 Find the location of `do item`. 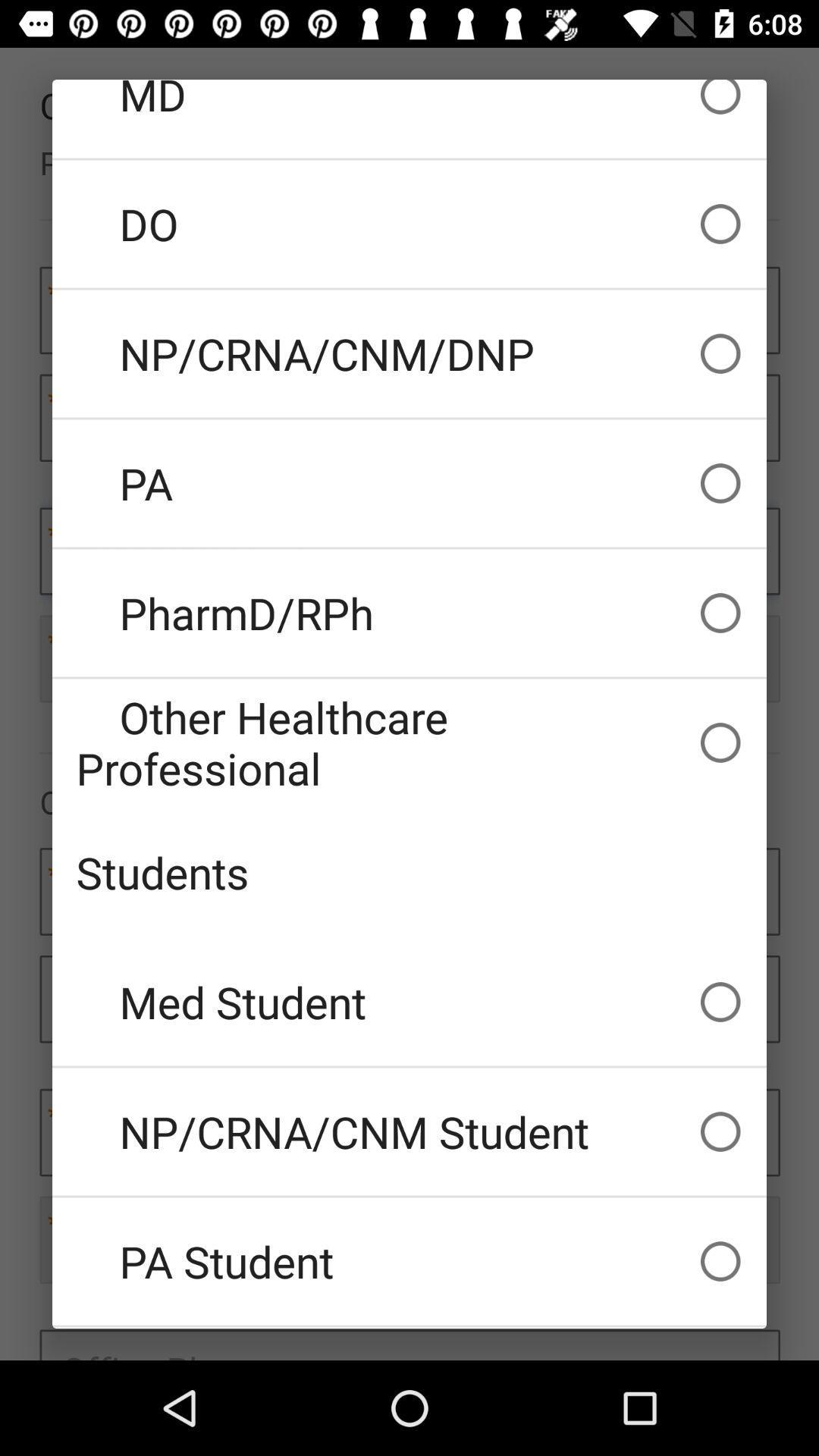

do item is located at coordinates (409, 223).